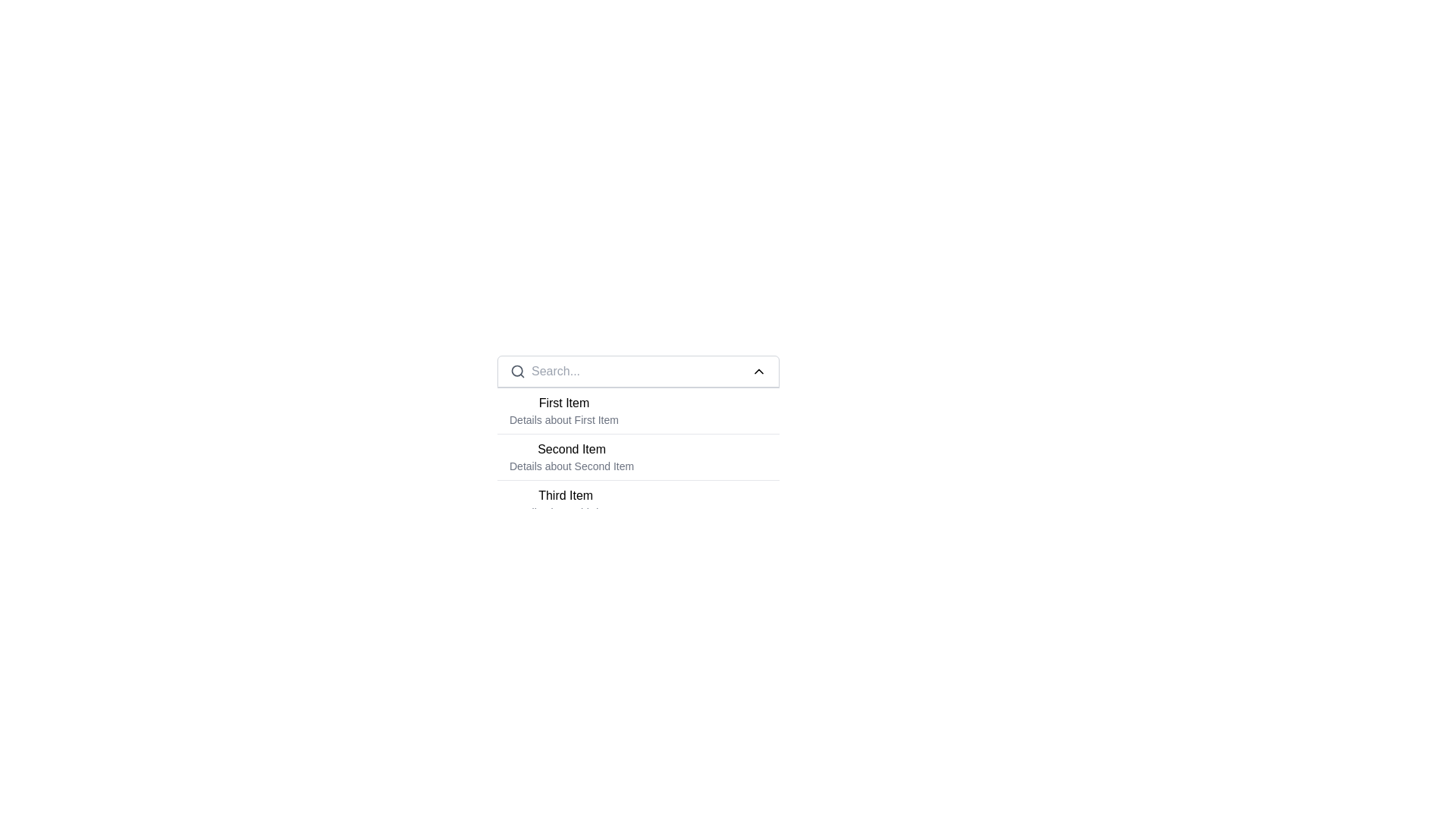 This screenshot has height=819, width=1456. Describe the element at coordinates (565, 503) in the screenshot. I see `the text display component that shows 'Third Item' in bold and 'Details about Third Item' in lighter text, which is the third item in a vertically listed group of similar elements` at that location.